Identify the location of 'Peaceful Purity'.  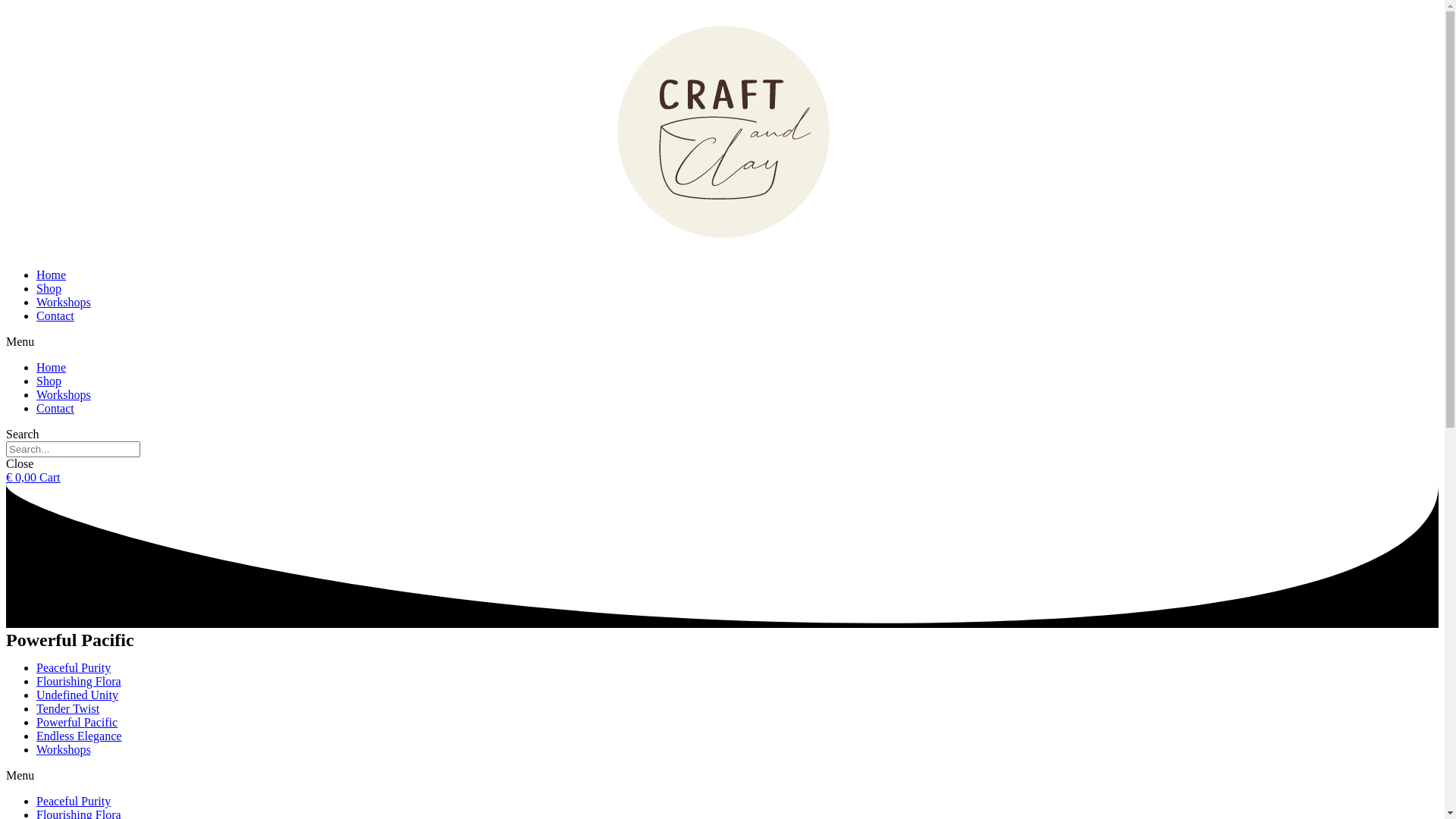
(72, 800).